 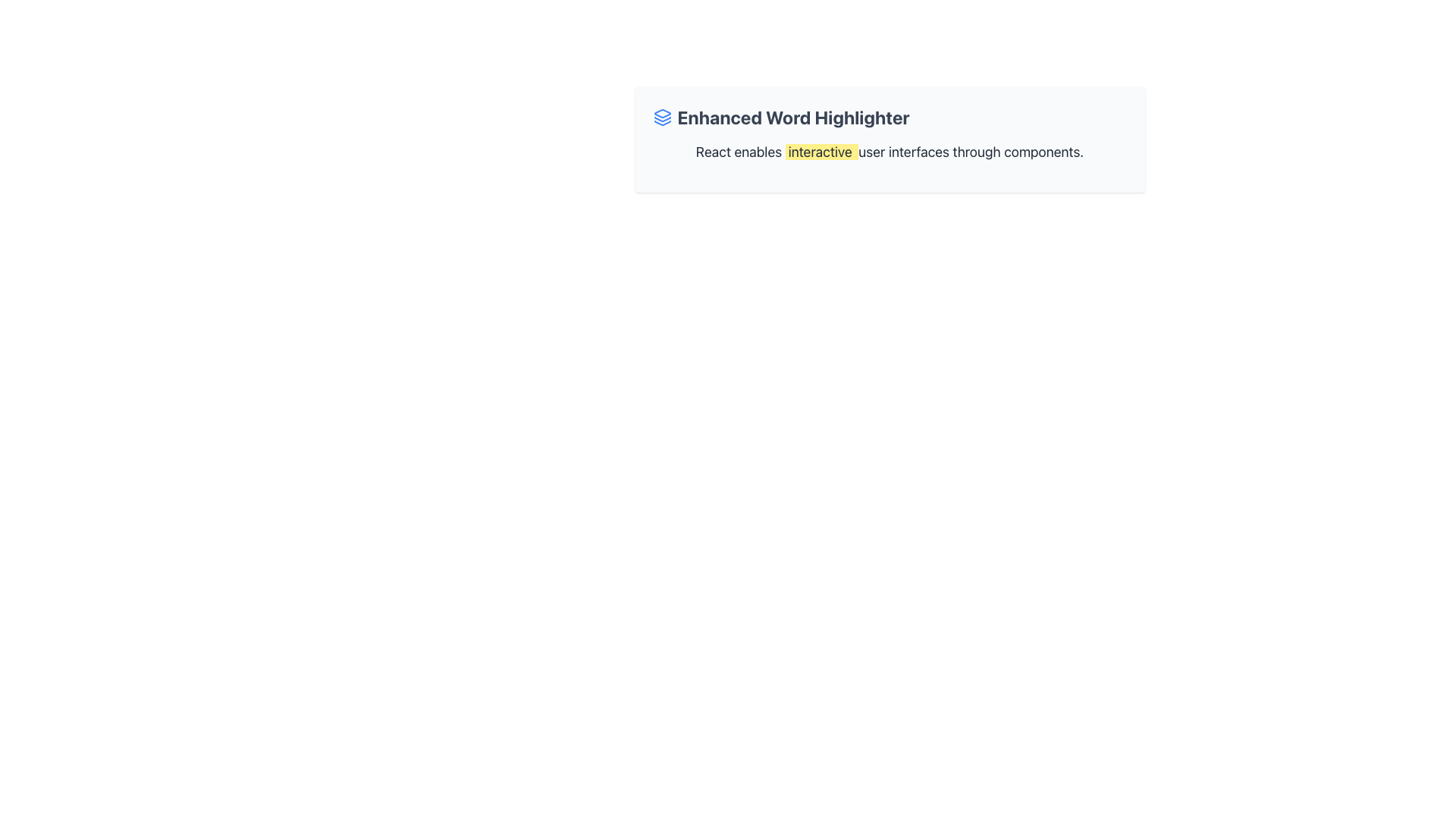 I want to click on the second word in the sentence 'React enables interactive user interfaces through components', which is displayed in the top-centered area of the interface, so click(x=760, y=152).